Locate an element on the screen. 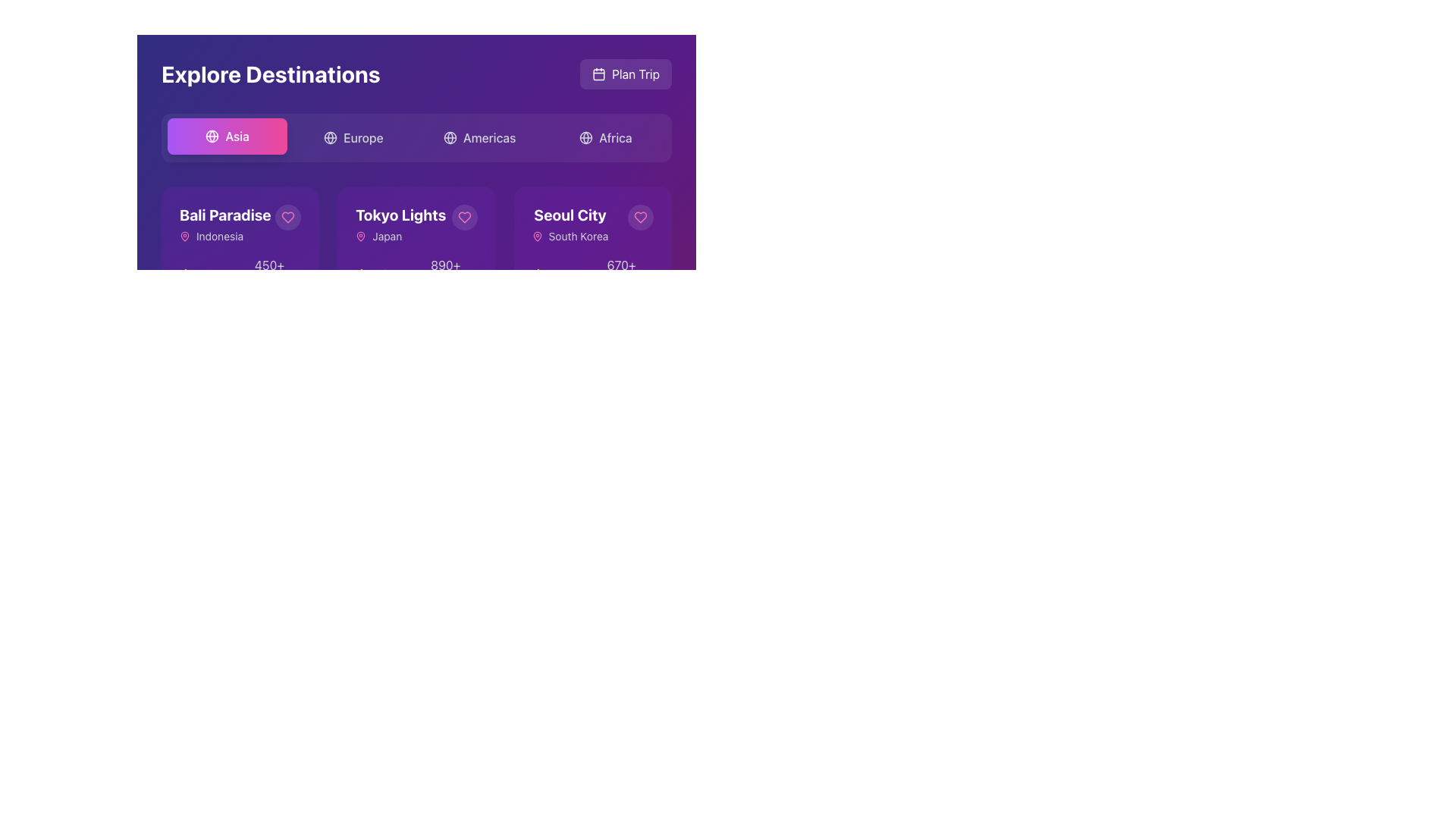 This screenshot has height=819, width=1456. the 'Seoul City' text block with the pink pin icon is located at coordinates (570, 224).